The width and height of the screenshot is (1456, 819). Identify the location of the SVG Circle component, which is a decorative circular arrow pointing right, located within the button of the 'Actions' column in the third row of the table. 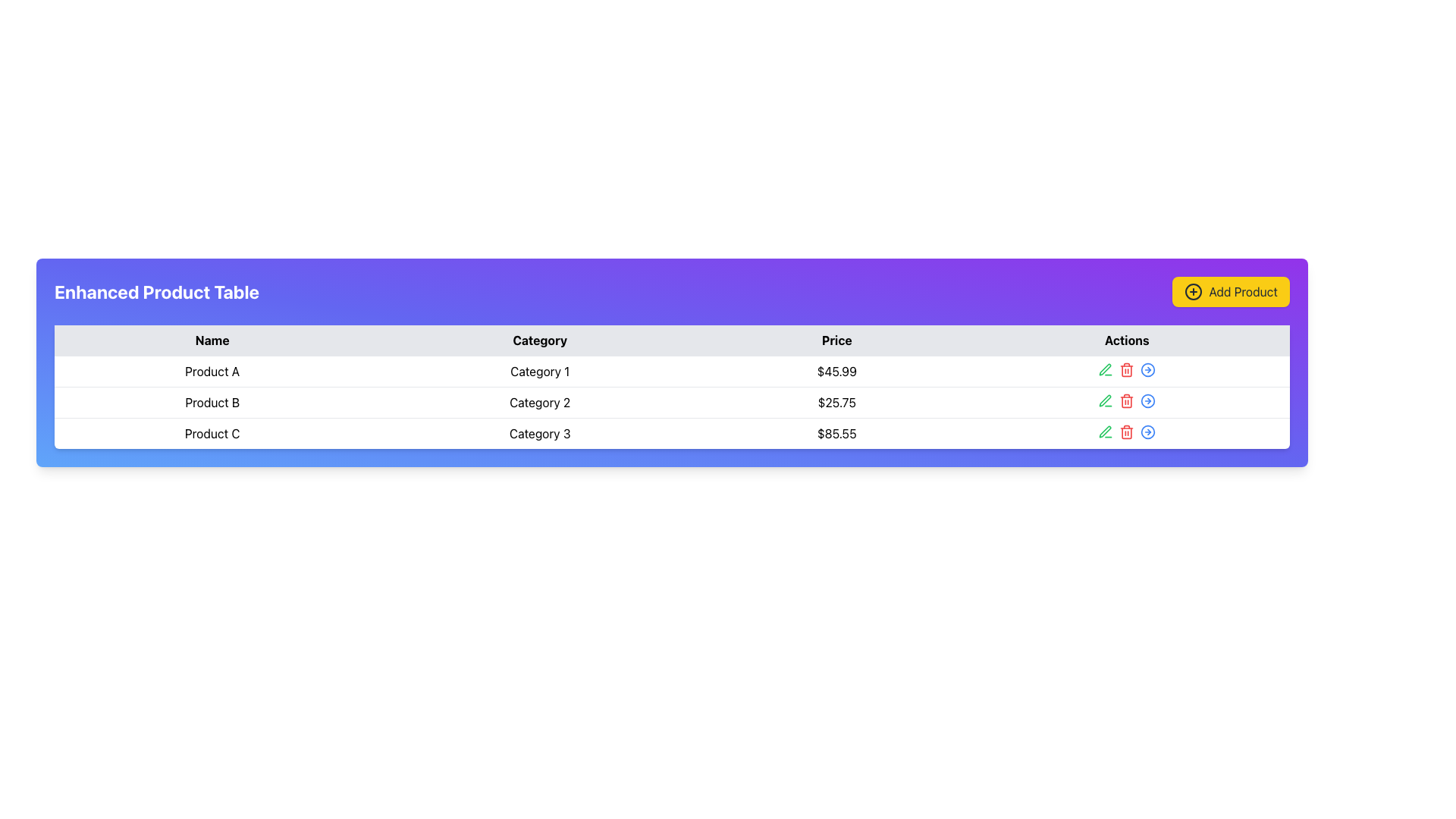
(1148, 370).